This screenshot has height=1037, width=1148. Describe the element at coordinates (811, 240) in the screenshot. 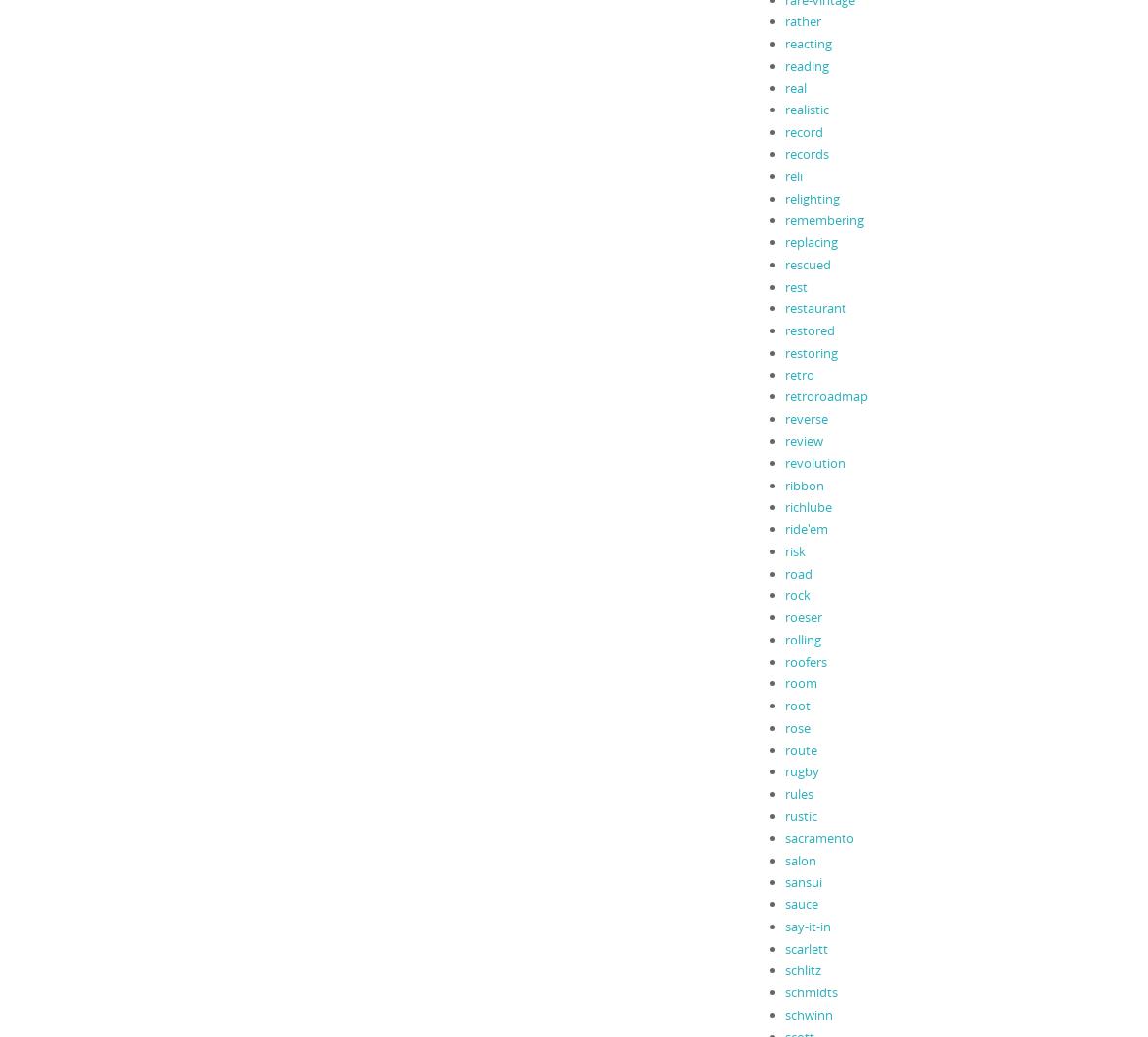

I see `'replacing'` at that location.